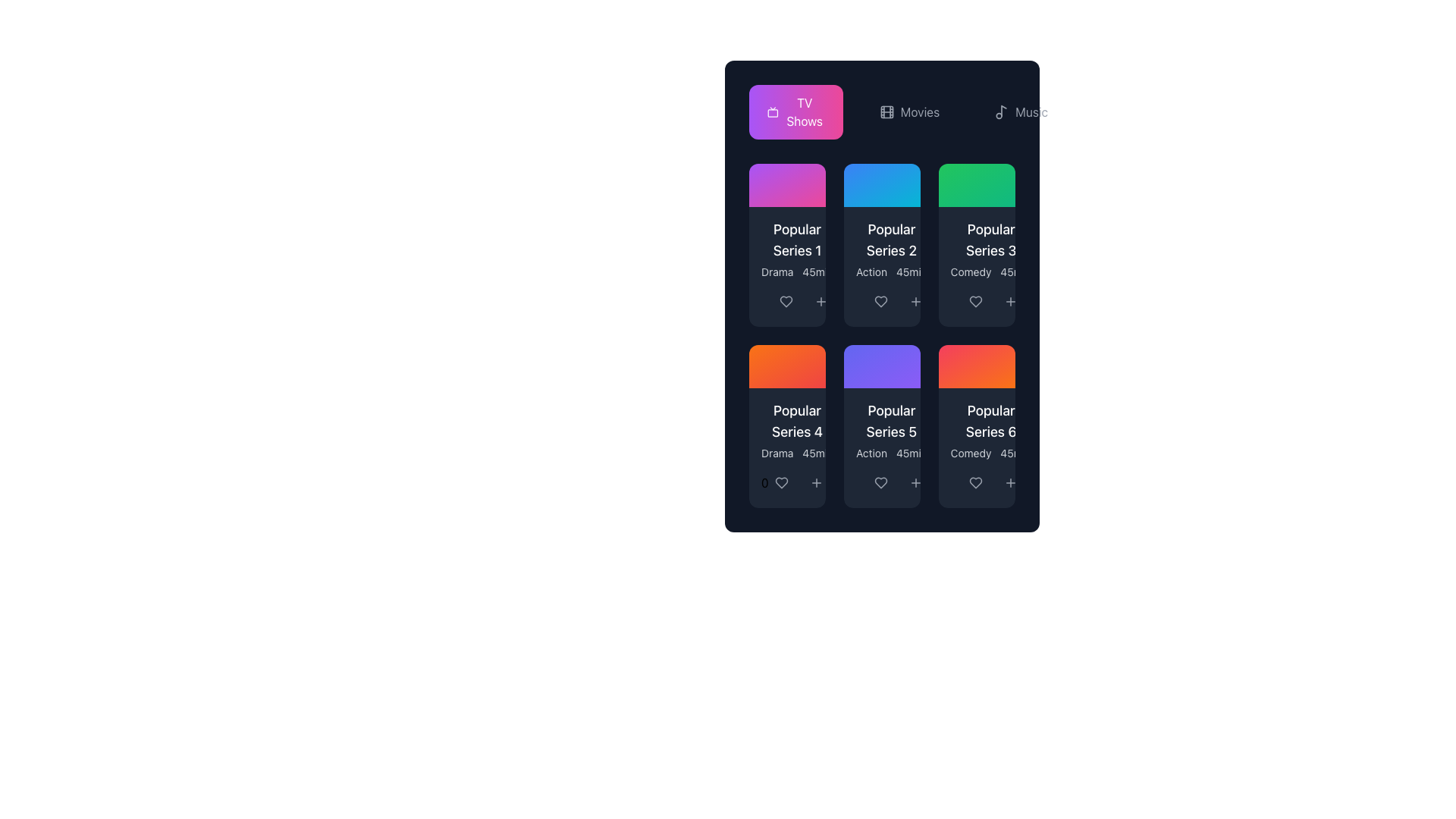 This screenshot has height=819, width=1456. Describe the element at coordinates (796, 271) in the screenshot. I see `the text label displaying the genre 'Drama' and duration '45min', located beneath the title 'Popular Series 1' in the first item of the grid layout under the 'TV Shows' section` at that location.